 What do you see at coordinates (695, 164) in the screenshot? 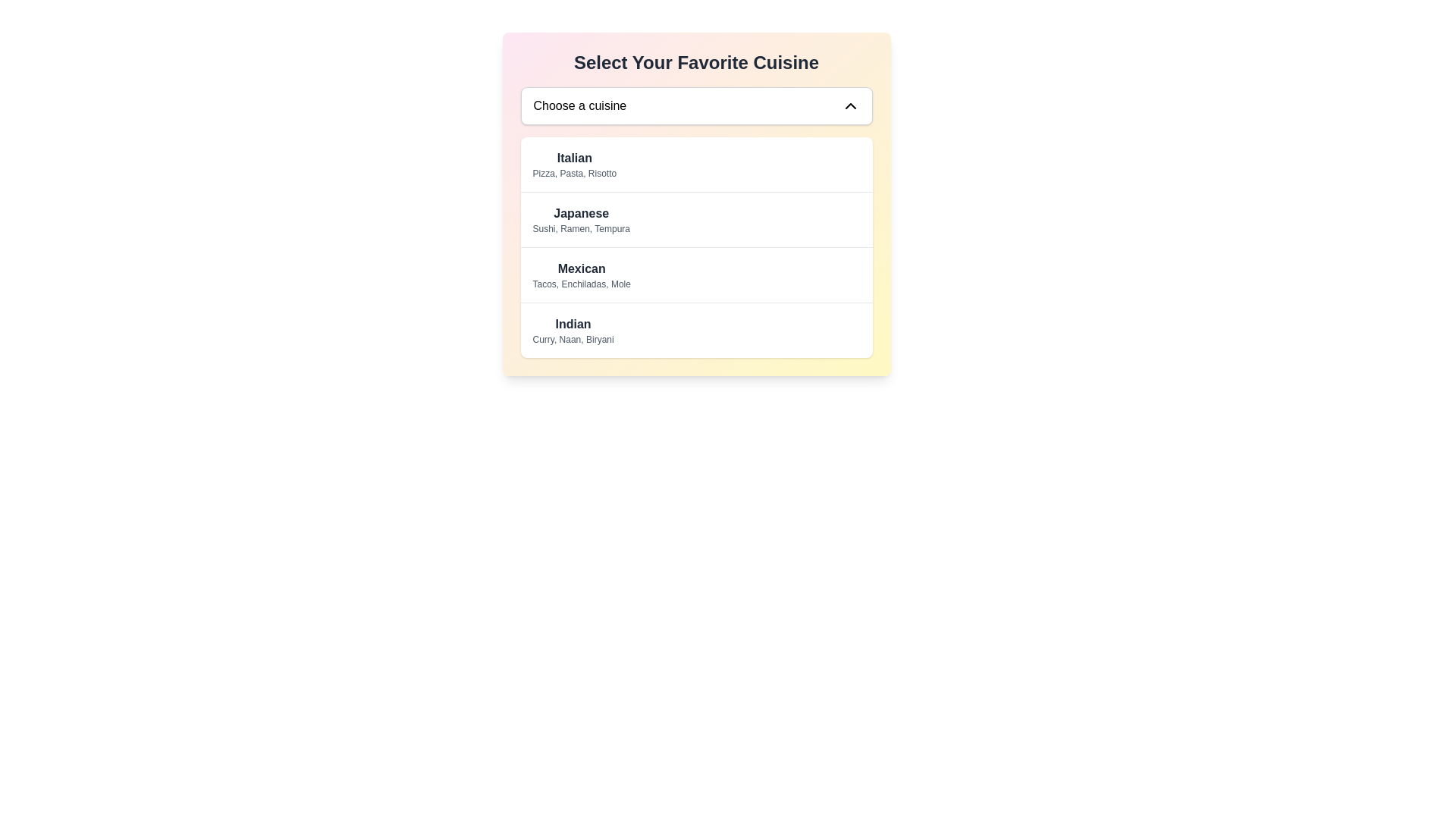
I see `the first item in the cuisine selection menu` at bounding box center [695, 164].